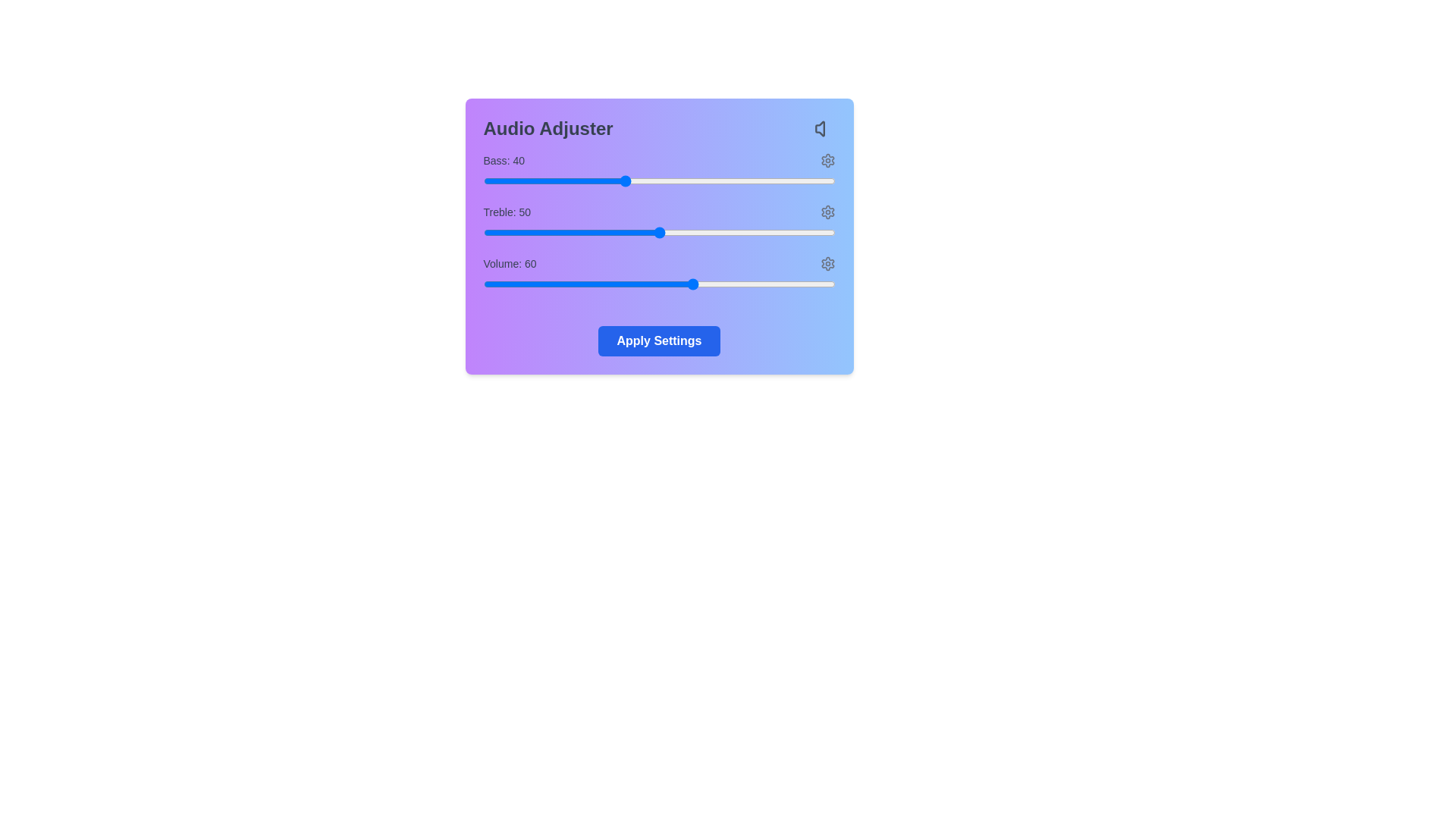 The height and width of the screenshot is (819, 1456). I want to click on the text label displaying 'Volume: 60', which is located in the bottom third of the gradient panel interface, to the left of the volume adjustment slider, so click(510, 262).